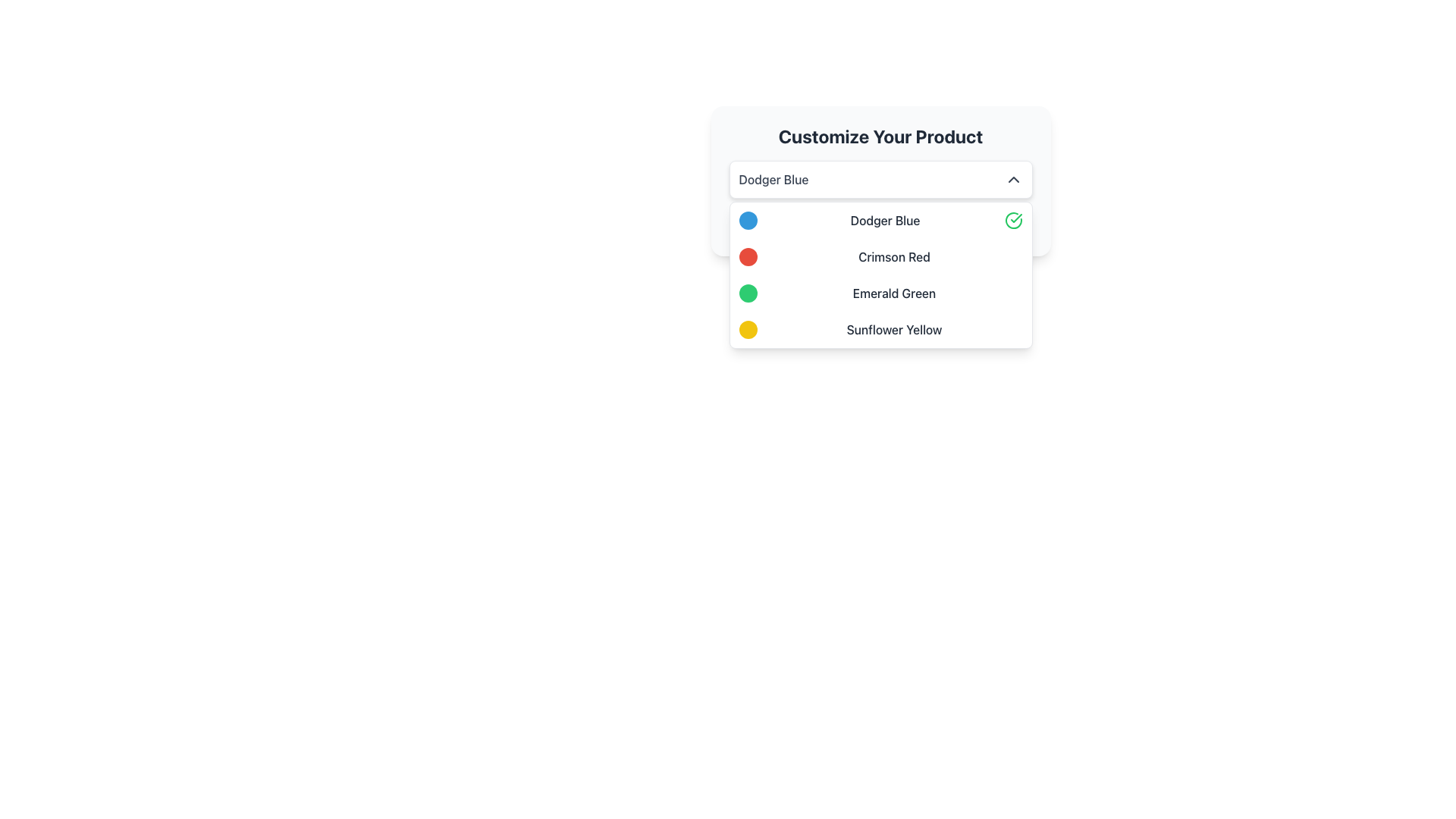  What do you see at coordinates (880, 275) in the screenshot?
I see `the dropdown menu option` at bounding box center [880, 275].